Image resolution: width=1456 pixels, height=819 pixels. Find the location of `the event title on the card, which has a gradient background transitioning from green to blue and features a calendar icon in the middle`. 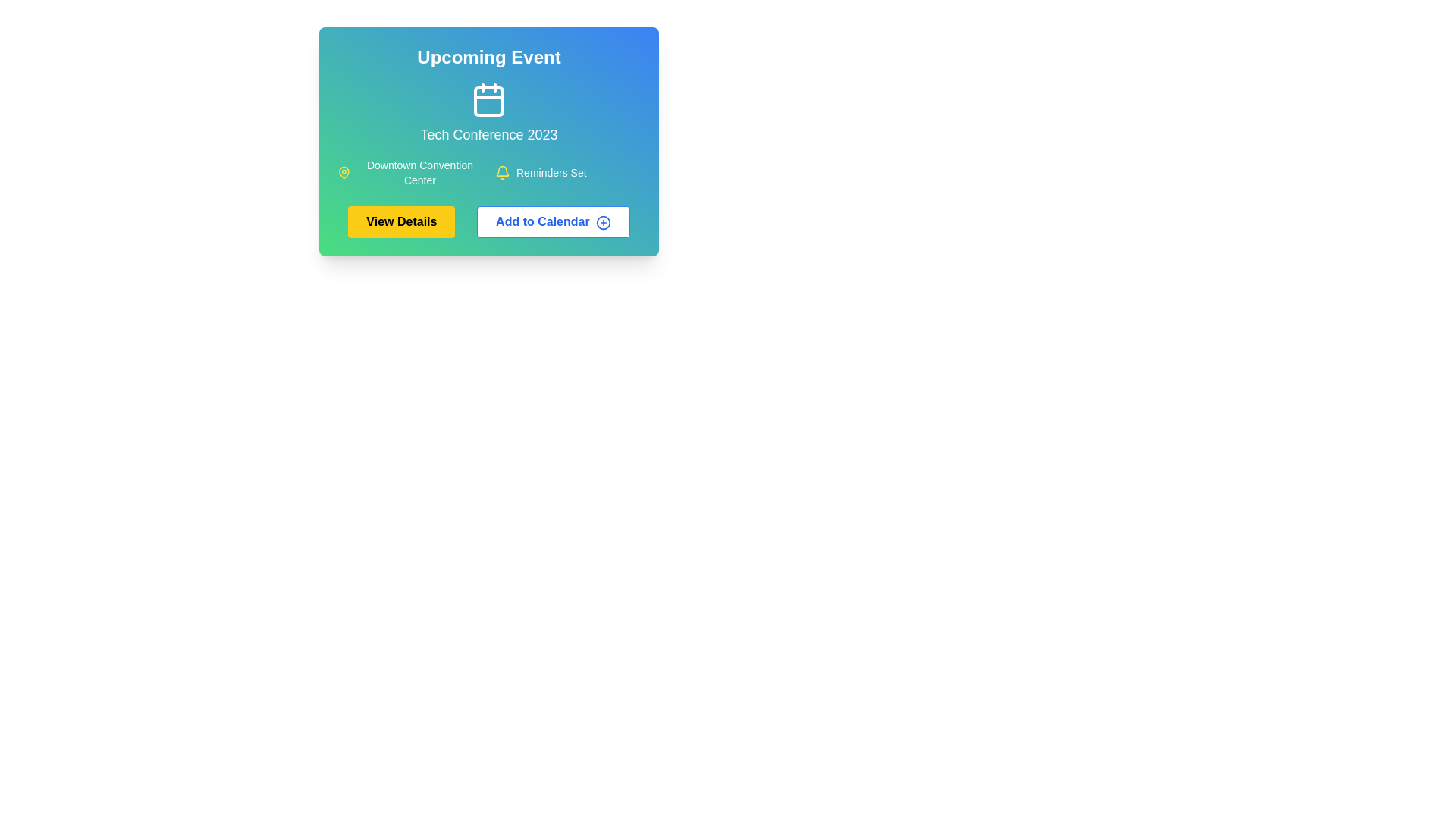

the event title on the card, which has a gradient background transitioning from green to blue and features a calendar icon in the middle is located at coordinates (488, 141).